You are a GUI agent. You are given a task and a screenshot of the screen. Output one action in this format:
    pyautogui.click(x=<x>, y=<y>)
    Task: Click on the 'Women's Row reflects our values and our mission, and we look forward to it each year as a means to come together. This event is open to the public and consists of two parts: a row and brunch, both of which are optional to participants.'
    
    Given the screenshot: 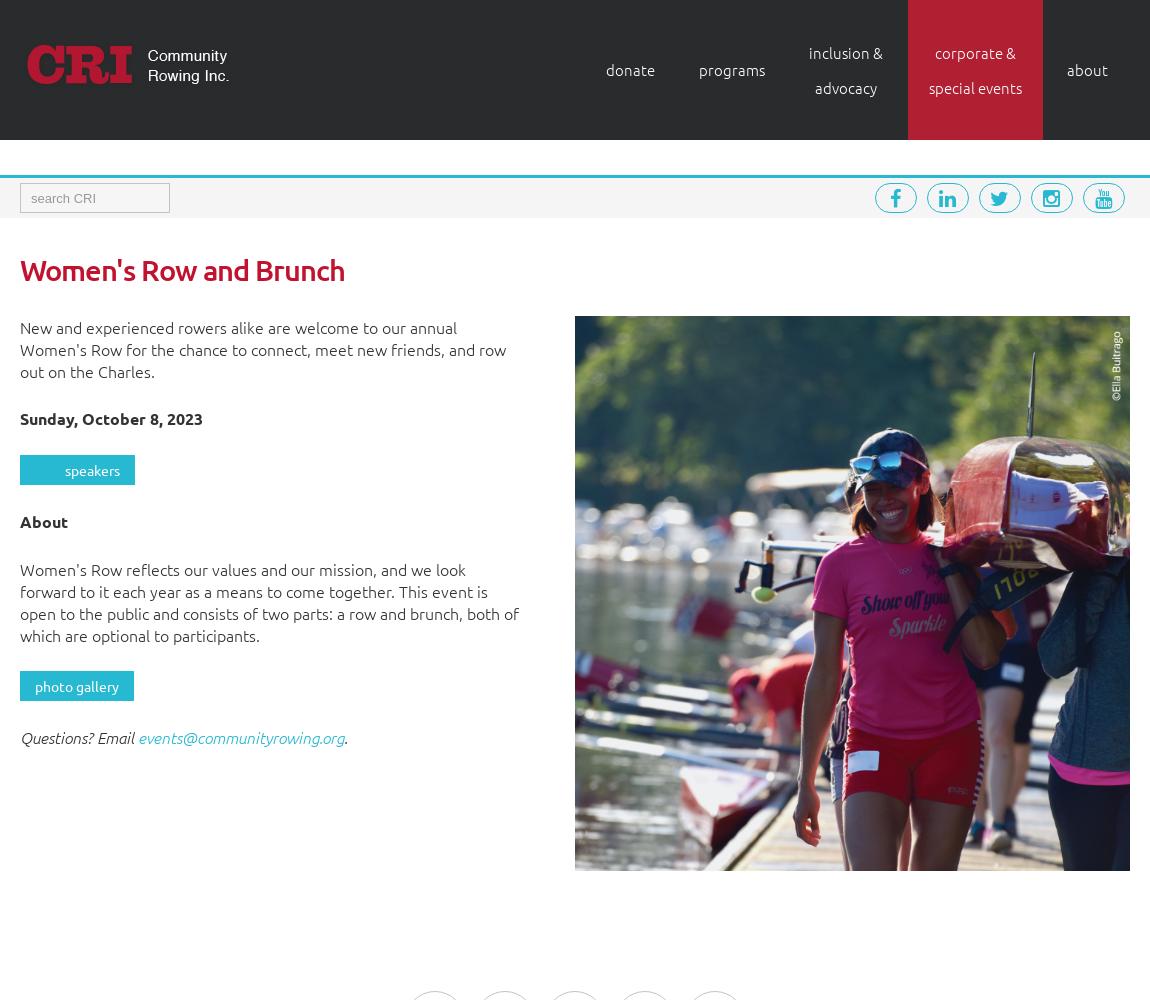 What is the action you would take?
    pyautogui.click(x=268, y=601)
    